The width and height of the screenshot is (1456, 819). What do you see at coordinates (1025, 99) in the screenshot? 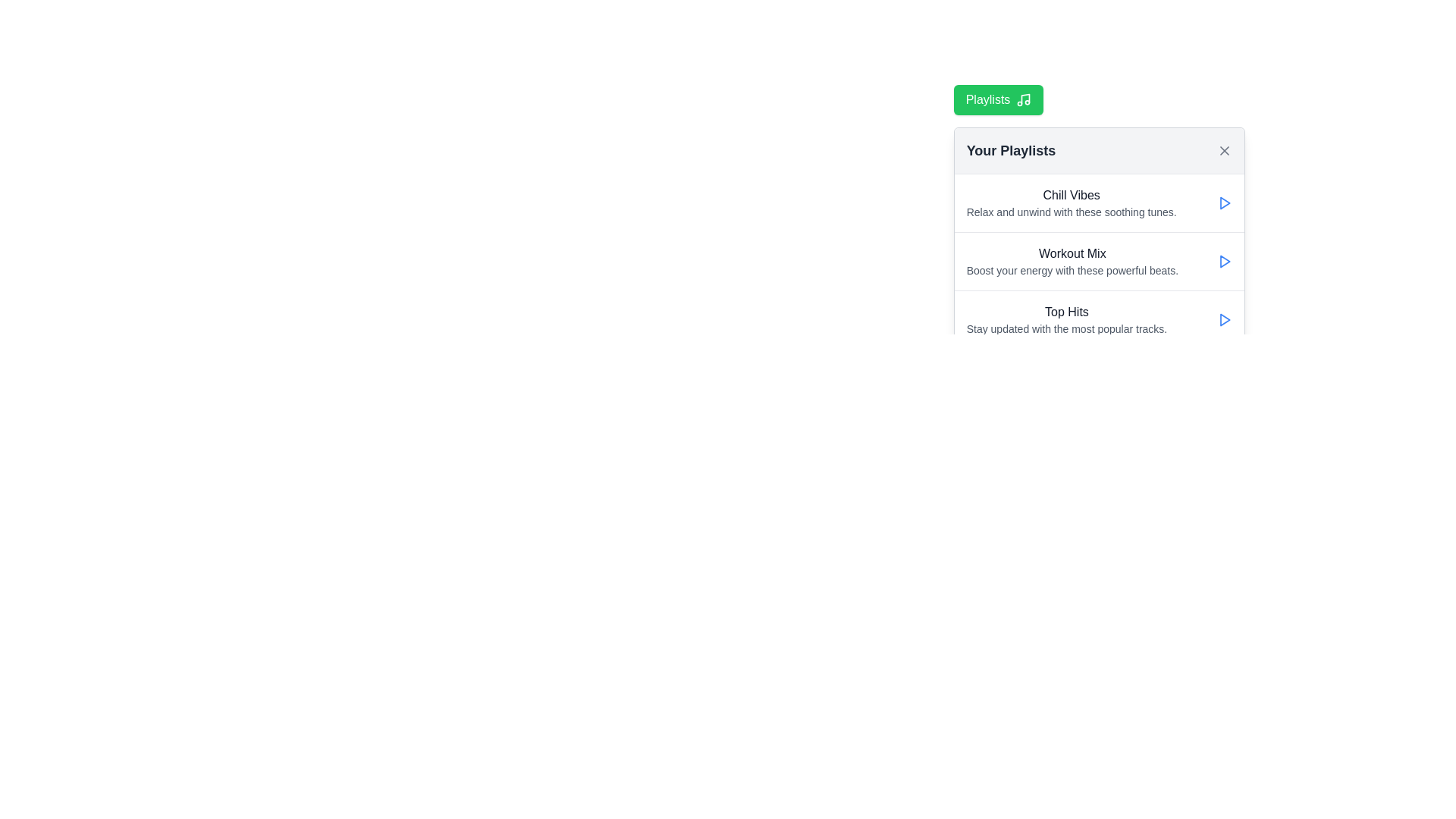
I see `the music or playlists icon located inside the green 'Playlists' button, positioned near the top-left corner of the interface` at bounding box center [1025, 99].